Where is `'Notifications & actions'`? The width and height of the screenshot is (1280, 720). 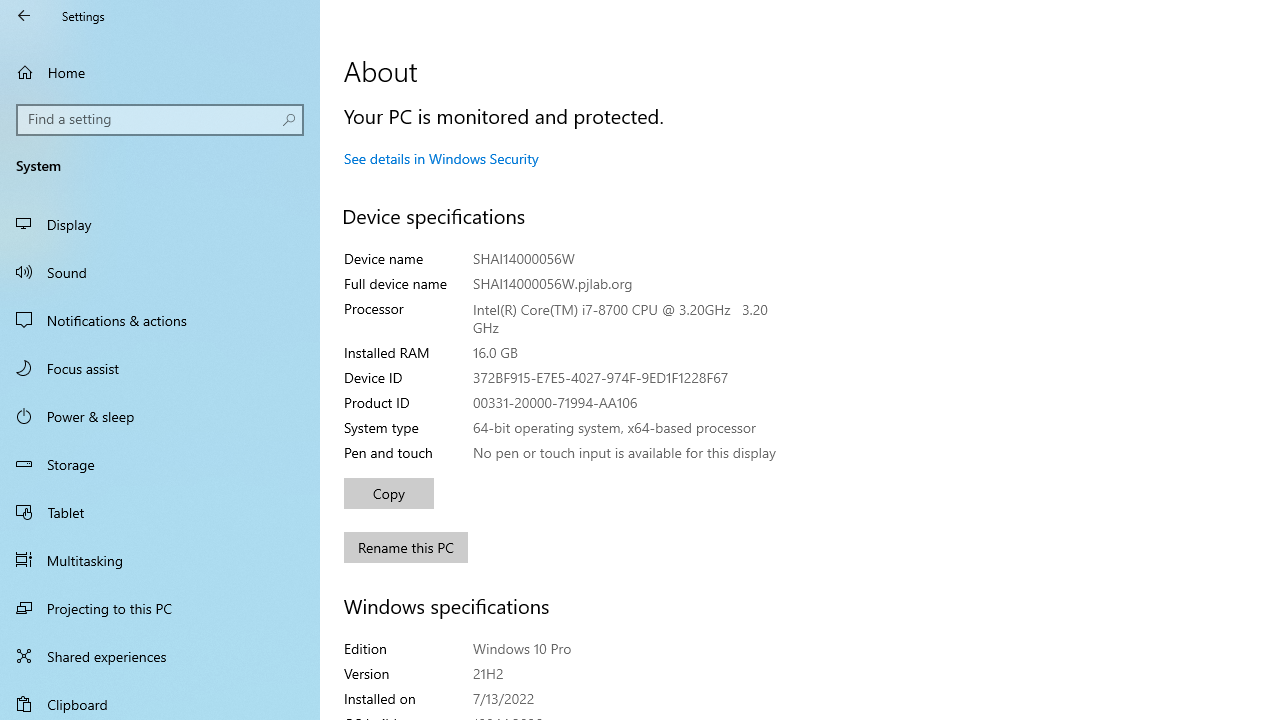 'Notifications & actions' is located at coordinates (160, 319).